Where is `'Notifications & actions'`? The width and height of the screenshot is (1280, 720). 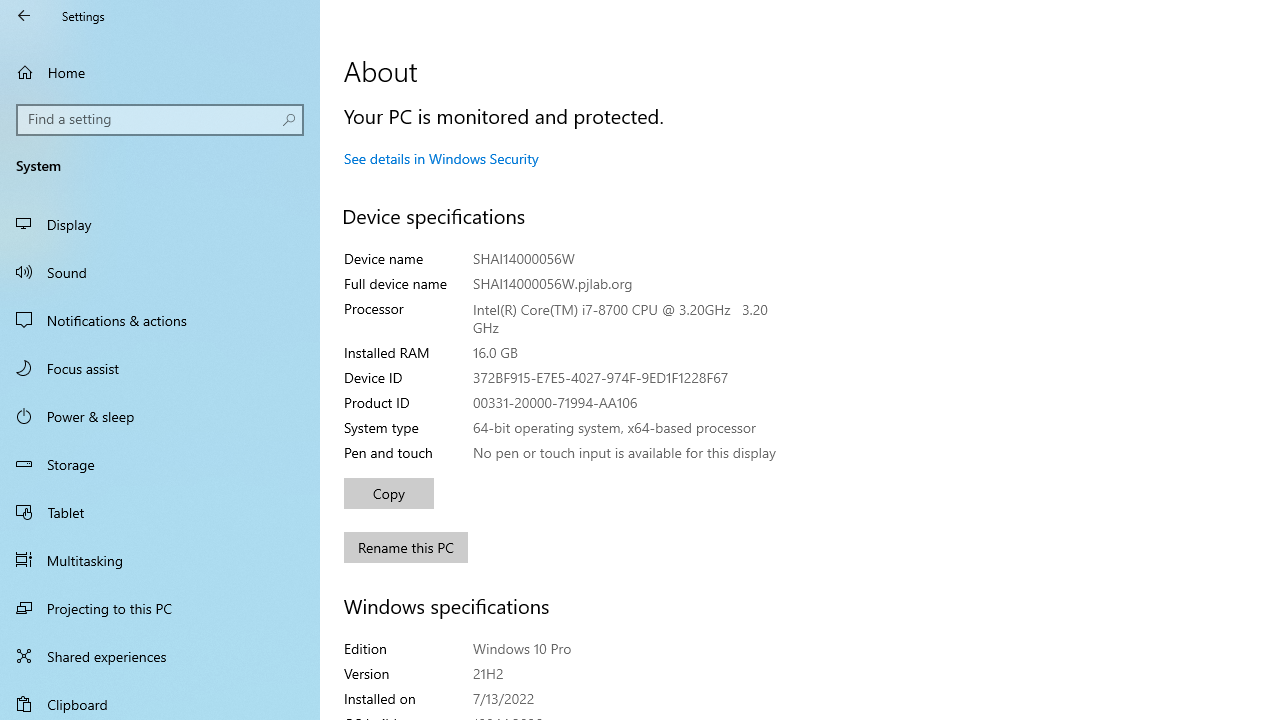 'Notifications & actions' is located at coordinates (160, 319).